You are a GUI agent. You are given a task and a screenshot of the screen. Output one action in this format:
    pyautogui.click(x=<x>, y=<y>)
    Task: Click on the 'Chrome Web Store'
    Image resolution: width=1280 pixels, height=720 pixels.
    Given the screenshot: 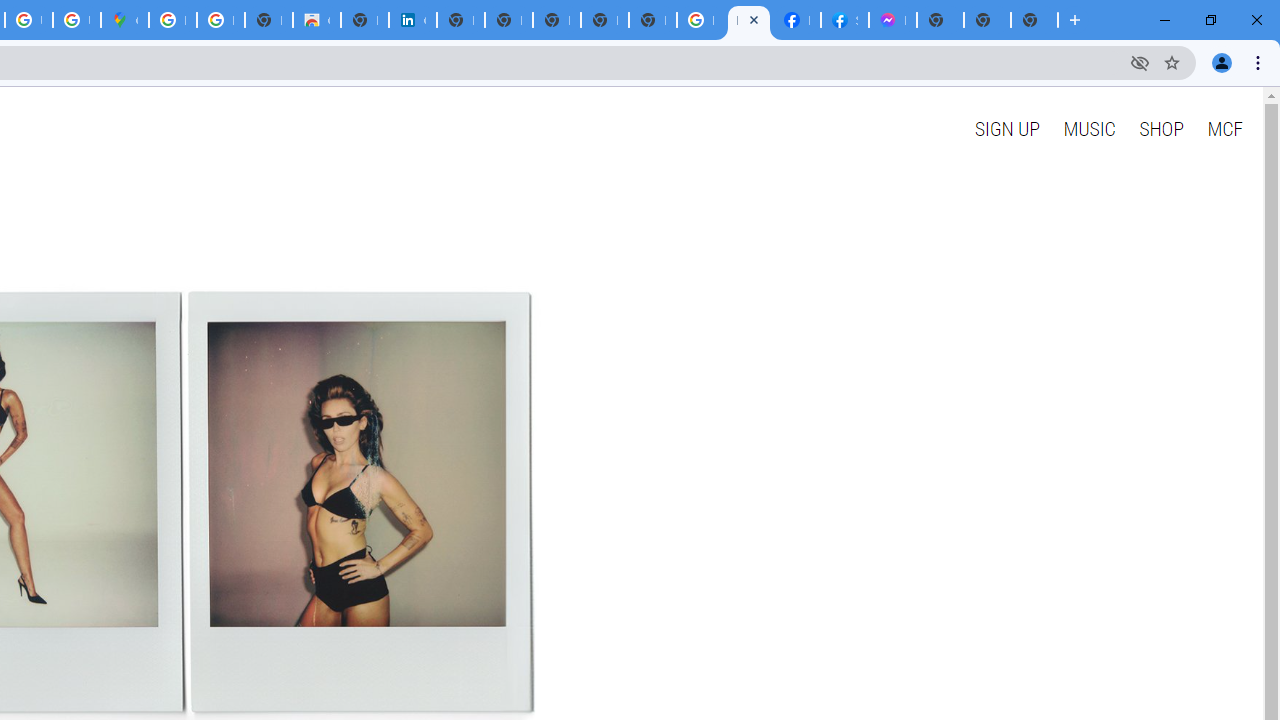 What is the action you would take?
    pyautogui.click(x=315, y=20)
    